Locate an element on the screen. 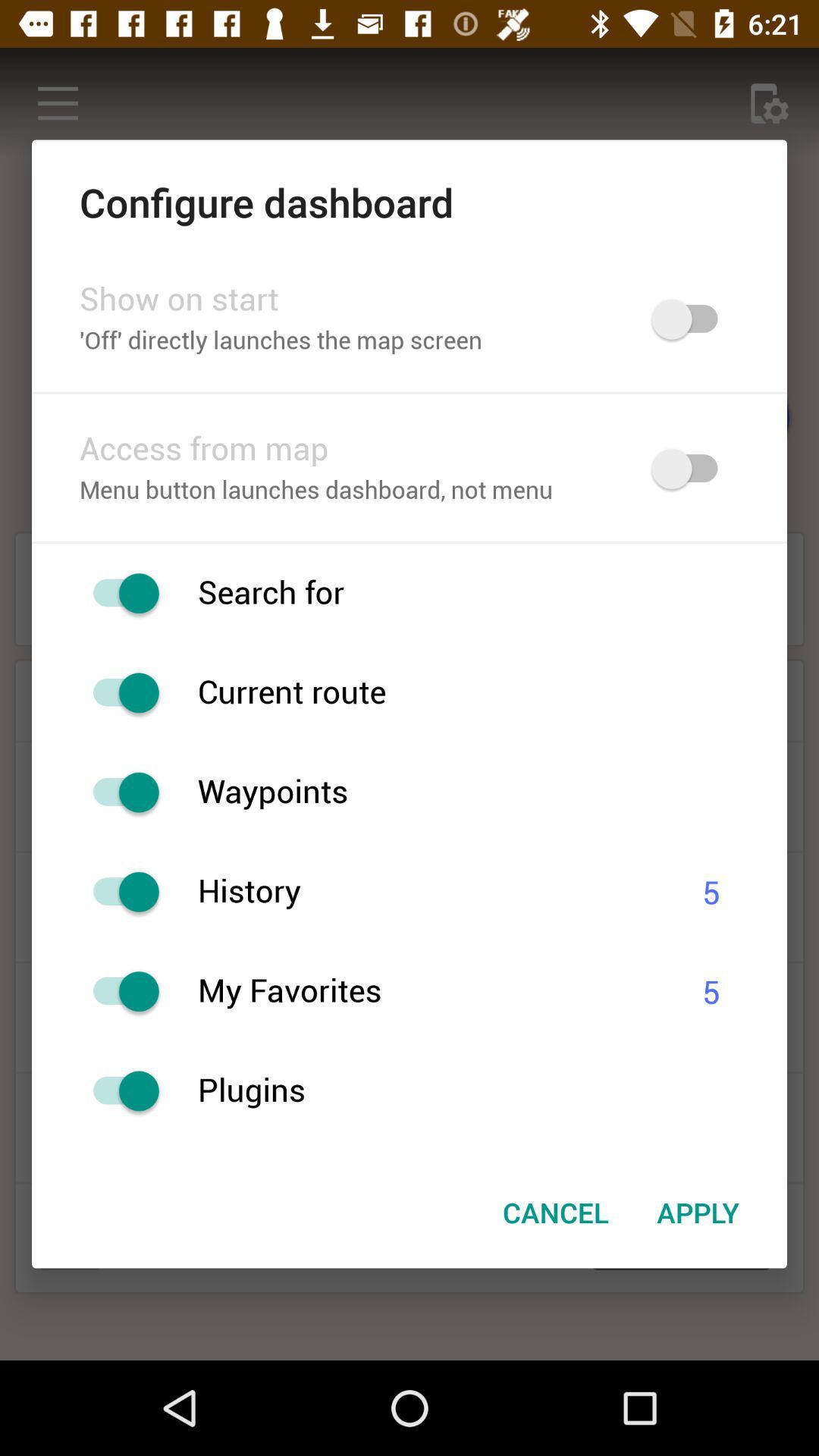 The height and width of the screenshot is (1456, 819). waypoints is located at coordinates (492, 792).